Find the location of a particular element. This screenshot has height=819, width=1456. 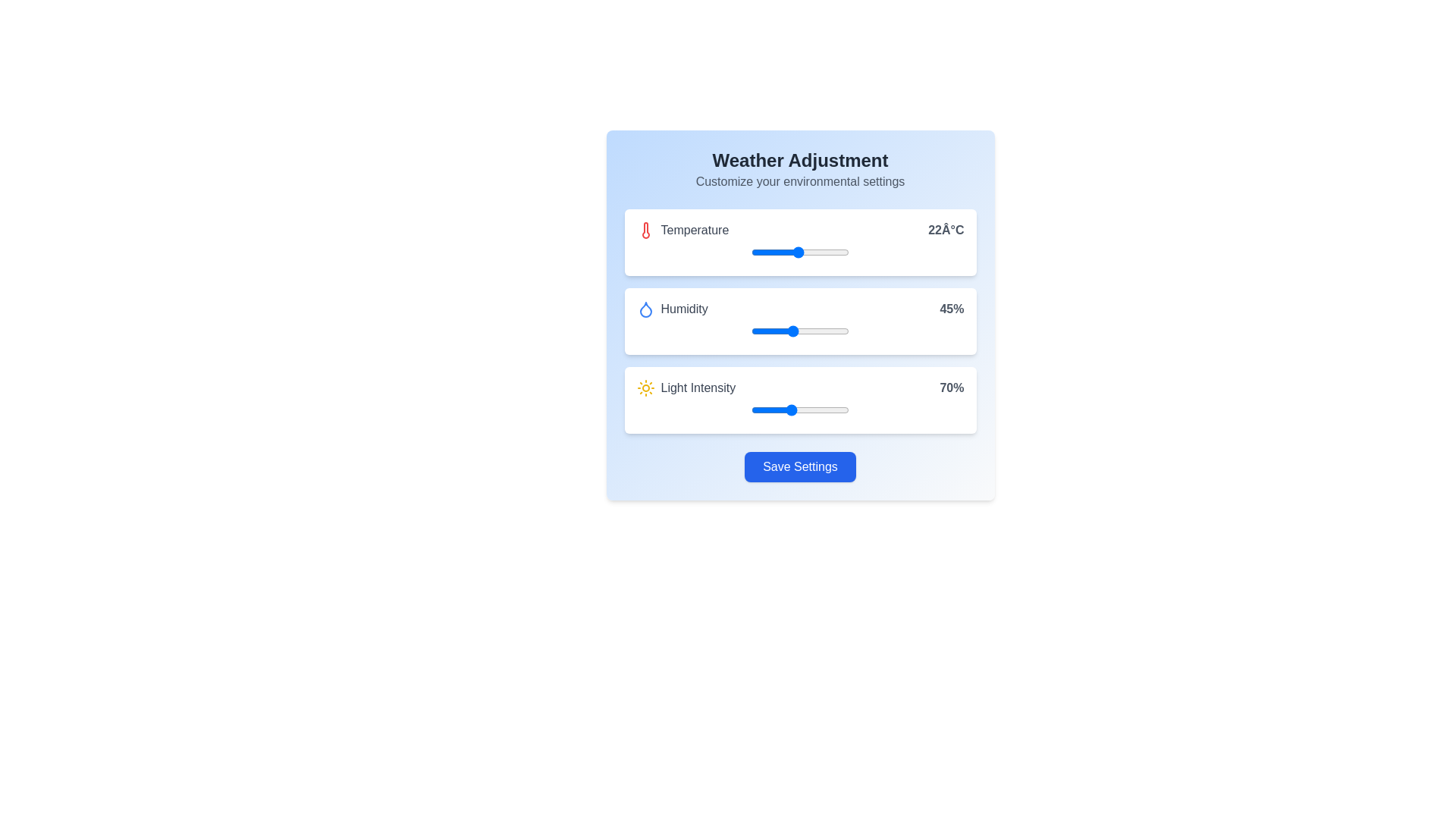

the temperature-related control icon located in the 'Temperature' section, which is the first icon to the left of the 'Temperature' label text is located at coordinates (645, 231).